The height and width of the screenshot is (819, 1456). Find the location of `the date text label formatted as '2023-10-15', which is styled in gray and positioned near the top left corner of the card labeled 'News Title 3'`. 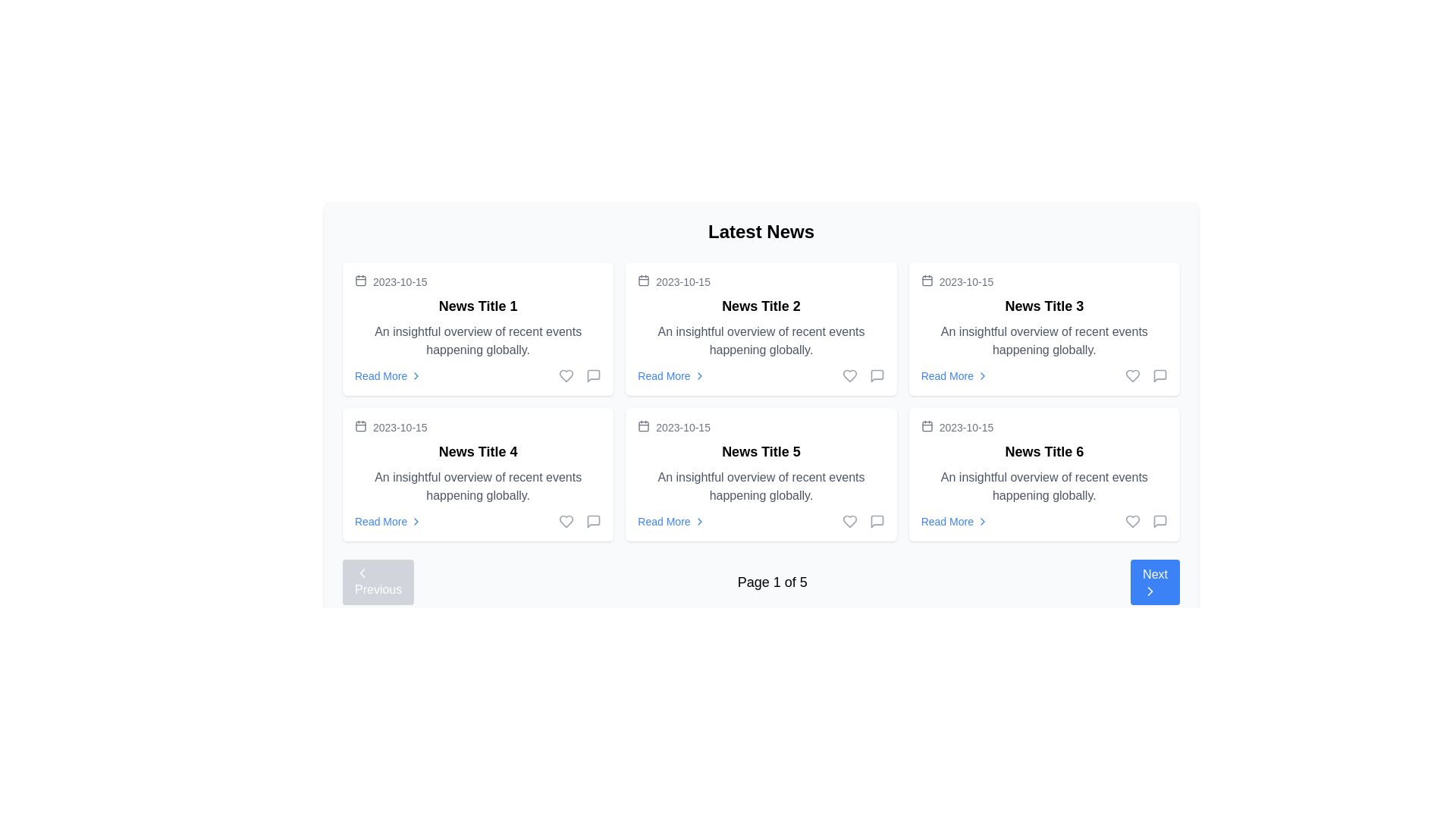

the date text label formatted as '2023-10-15', which is styled in gray and positioned near the top left corner of the card labeled 'News Title 3' is located at coordinates (965, 281).